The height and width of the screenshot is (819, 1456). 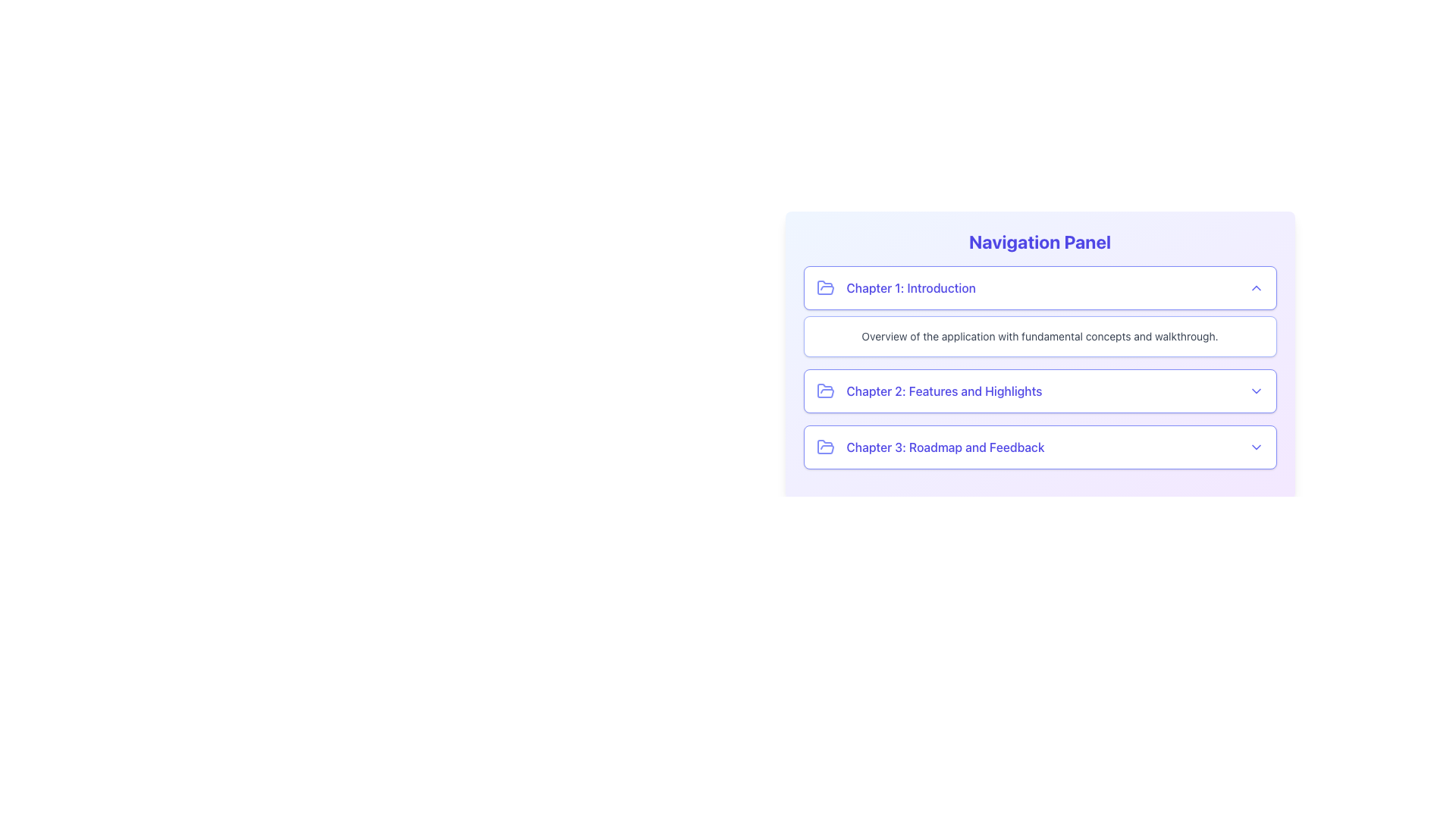 What do you see at coordinates (1039, 288) in the screenshot?
I see `the 'Chapter 1: Introduction' button in the navigation panel for keyboard navigation` at bounding box center [1039, 288].